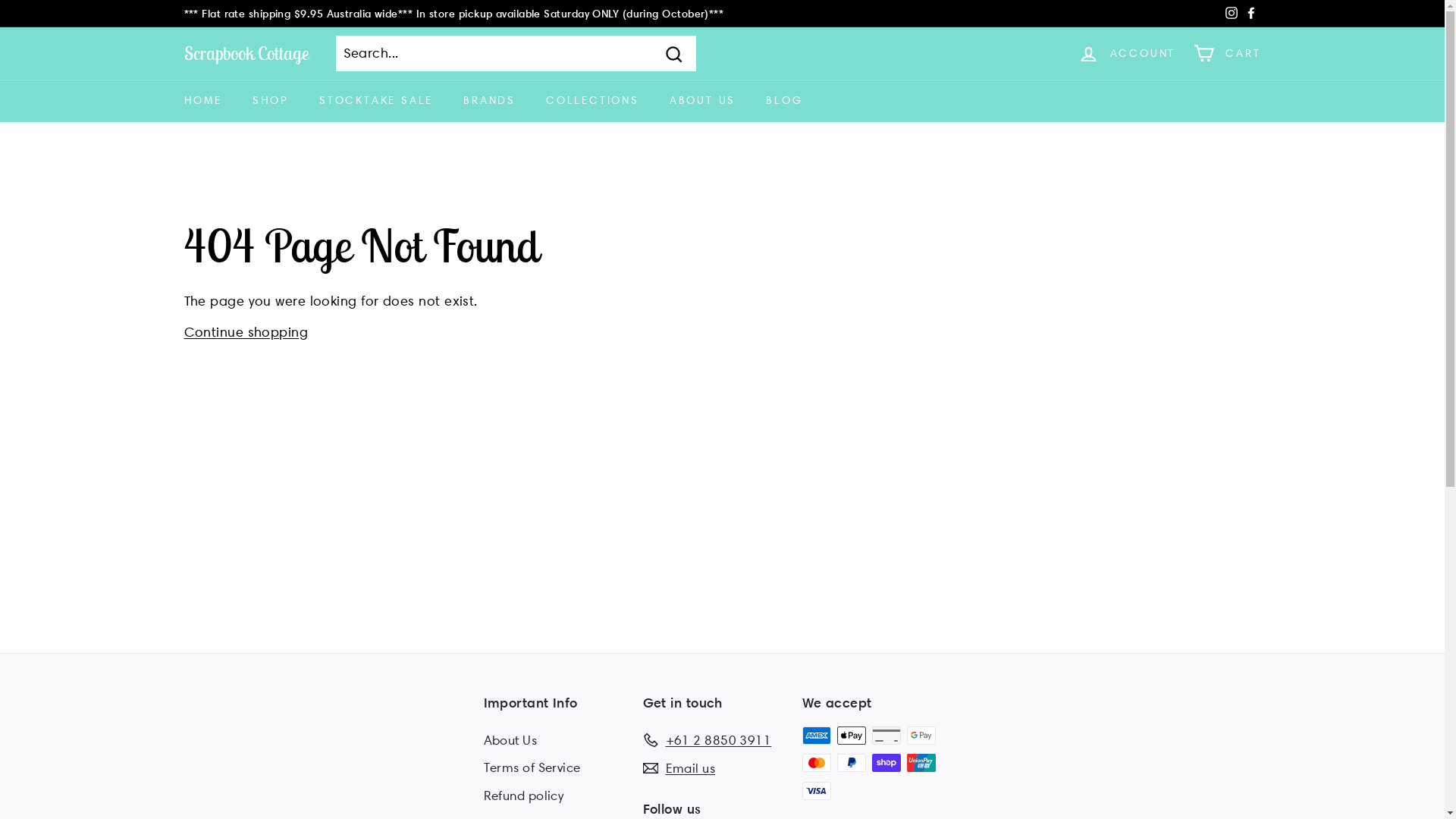 The height and width of the screenshot is (819, 1456). I want to click on 'ACCOUNT', so click(1127, 52).